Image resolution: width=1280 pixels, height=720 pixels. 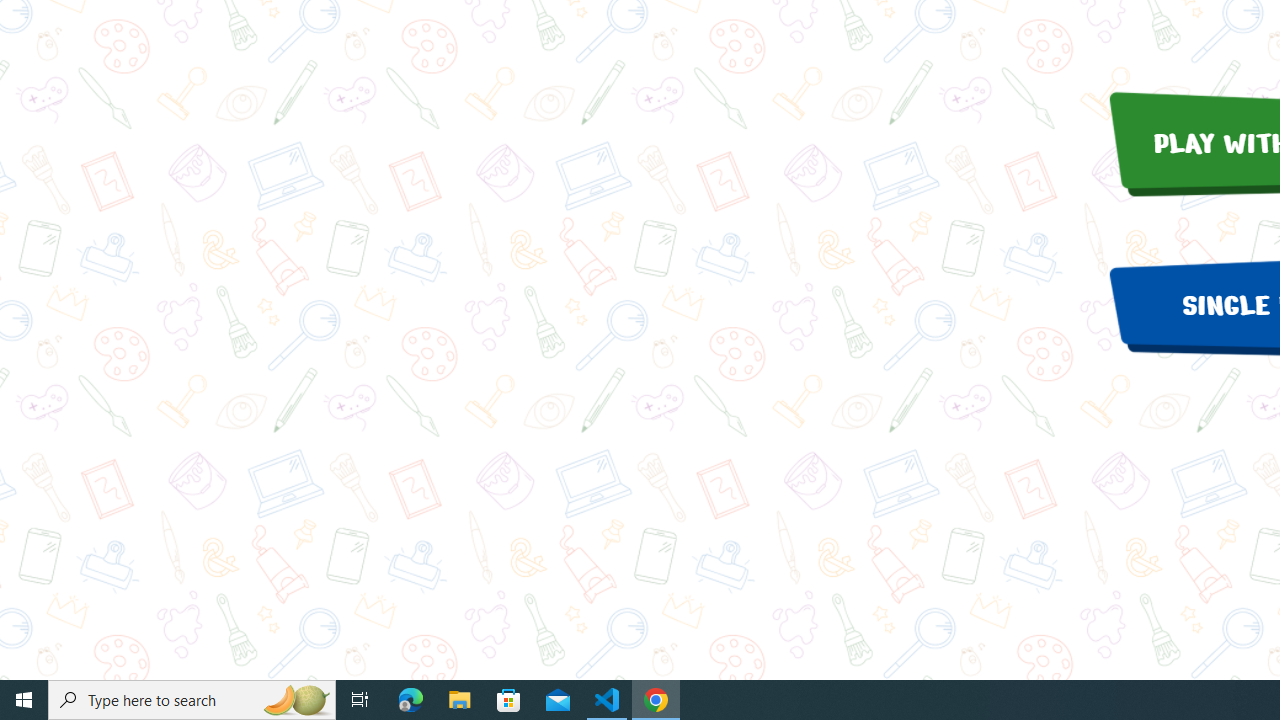 I want to click on 'Start', so click(x=24, y=698).